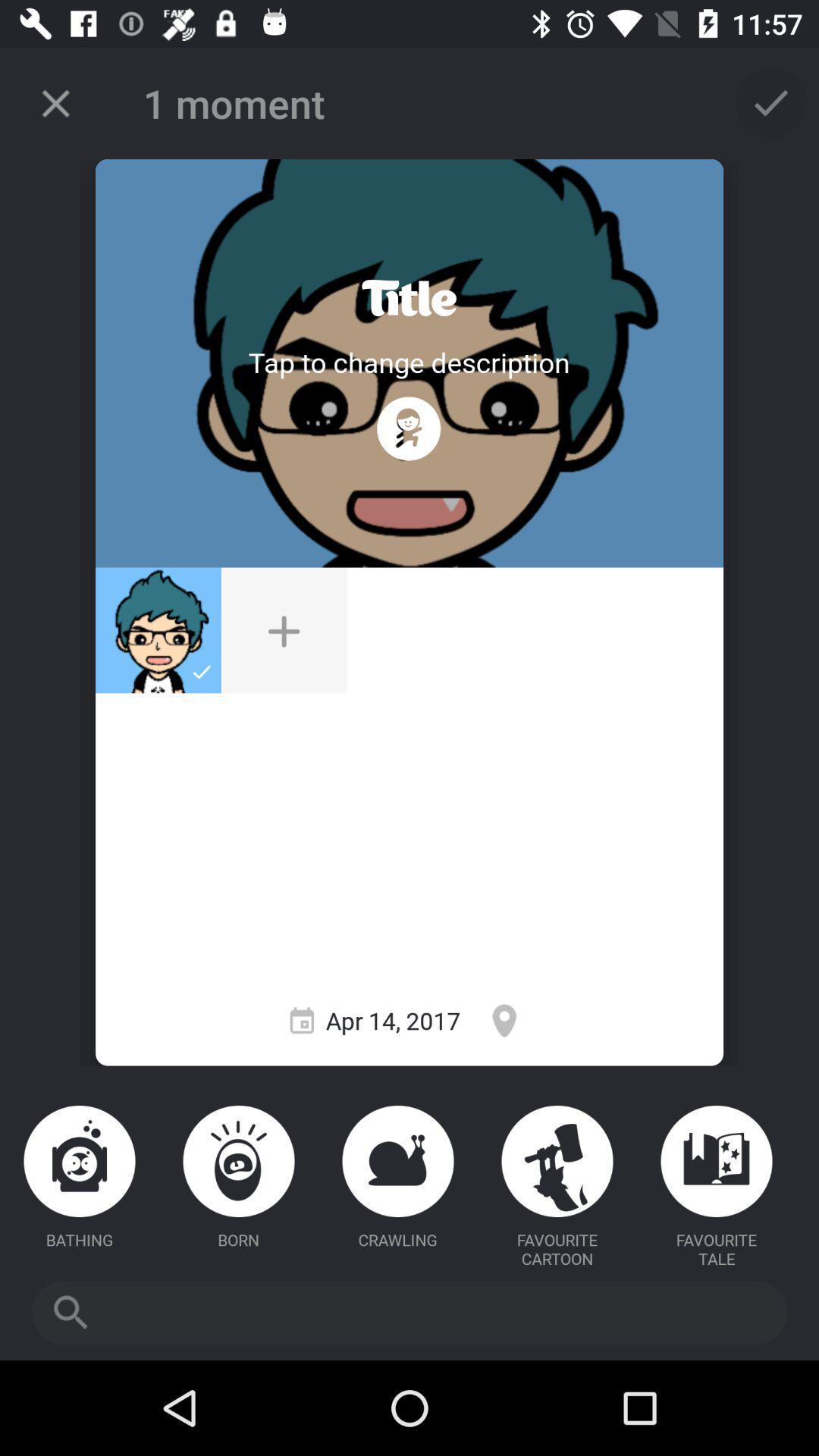 The image size is (819, 1456). Describe the element at coordinates (55, 102) in the screenshot. I see `cancel current action` at that location.